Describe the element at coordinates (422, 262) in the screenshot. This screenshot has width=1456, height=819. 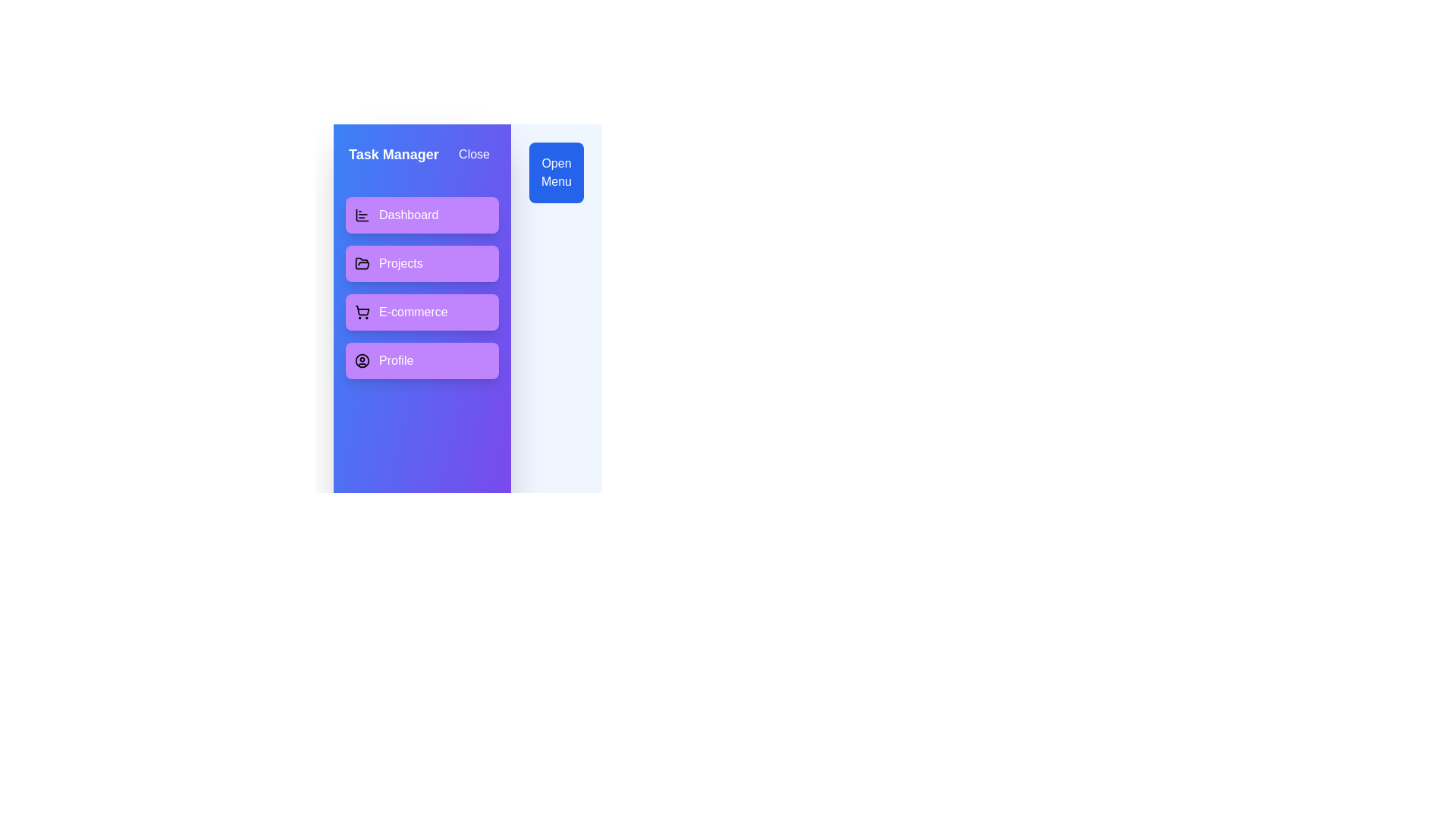
I see `the Projects task item` at that location.